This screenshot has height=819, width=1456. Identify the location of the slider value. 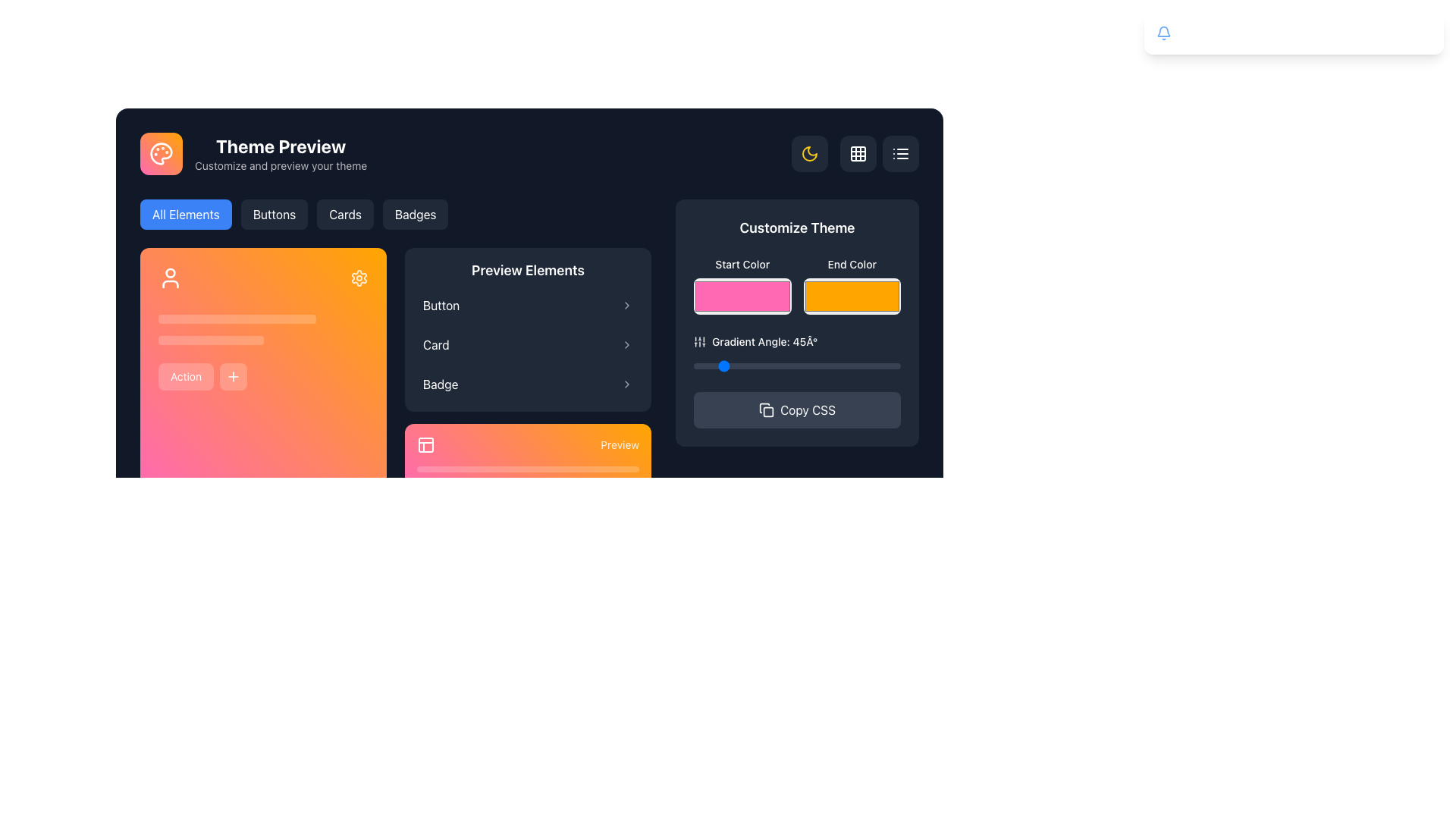
(862, 366).